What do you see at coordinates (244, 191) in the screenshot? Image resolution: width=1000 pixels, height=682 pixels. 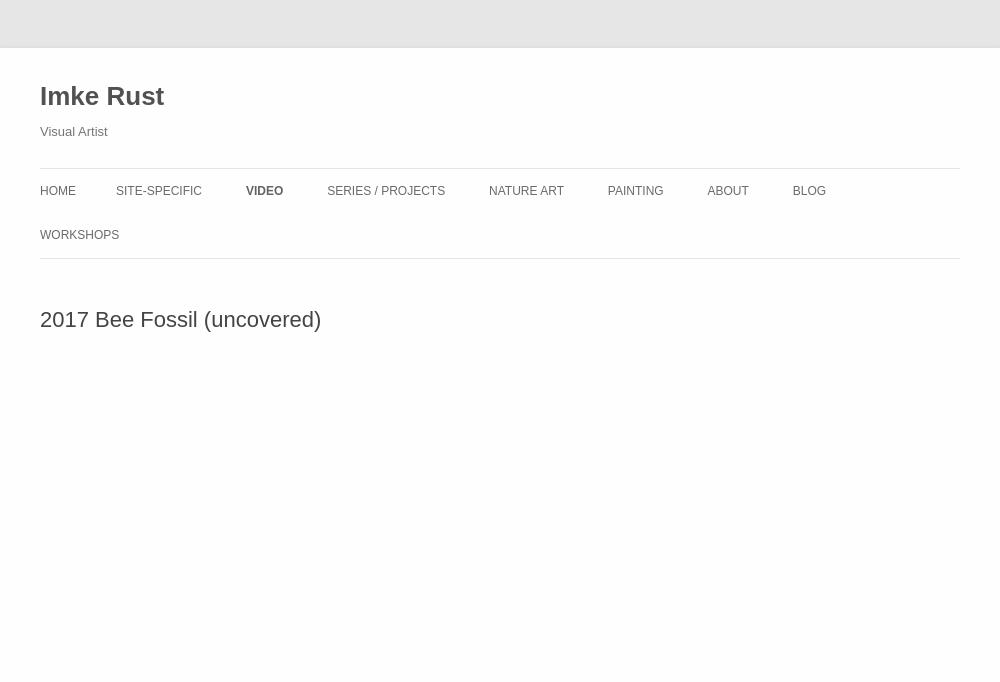 I see `'Video'` at bounding box center [244, 191].